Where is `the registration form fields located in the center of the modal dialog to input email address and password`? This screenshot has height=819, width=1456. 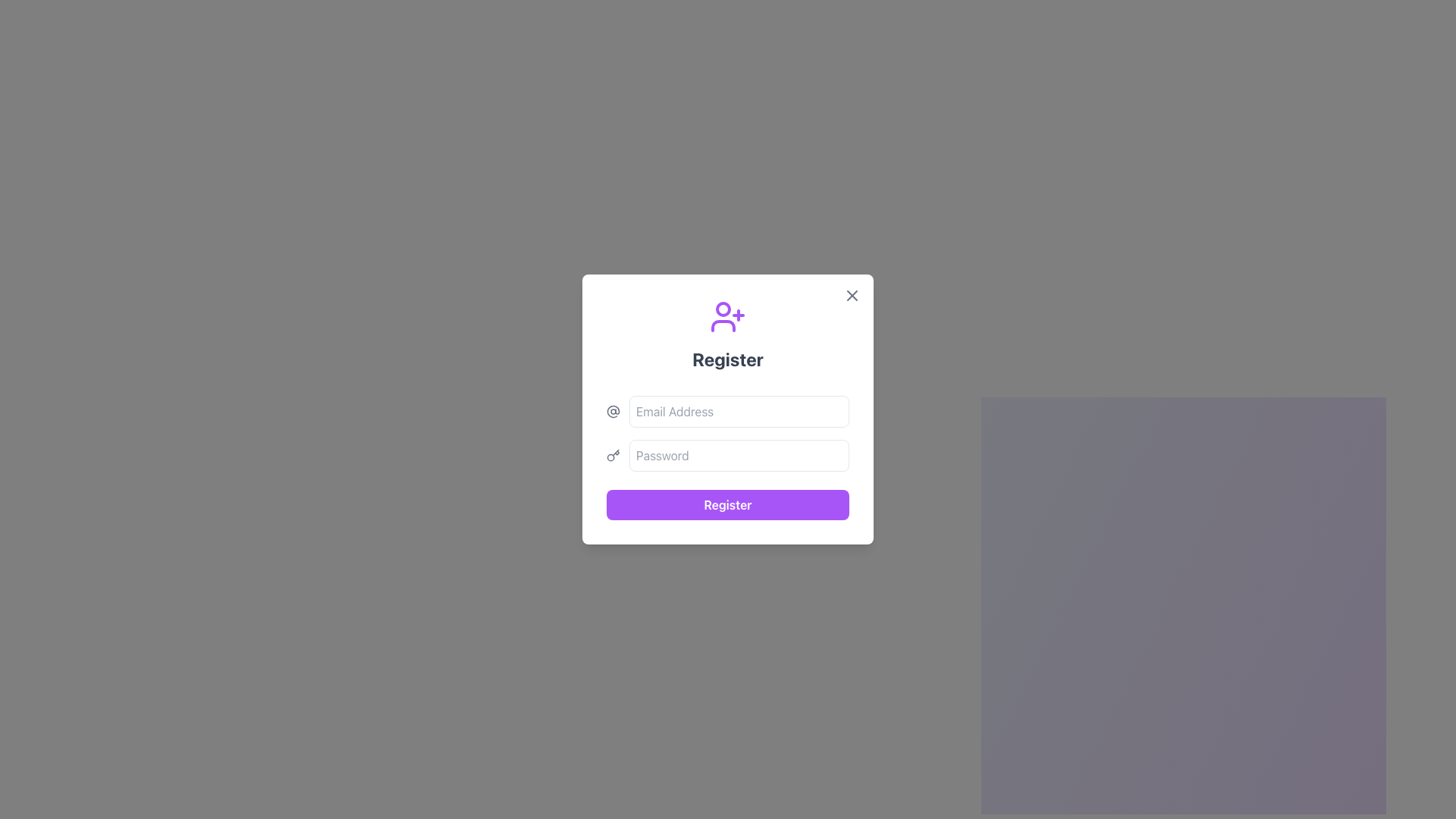 the registration form fields located in the center of the modal dialog to input email address and password is located at coordinates (728, 409).